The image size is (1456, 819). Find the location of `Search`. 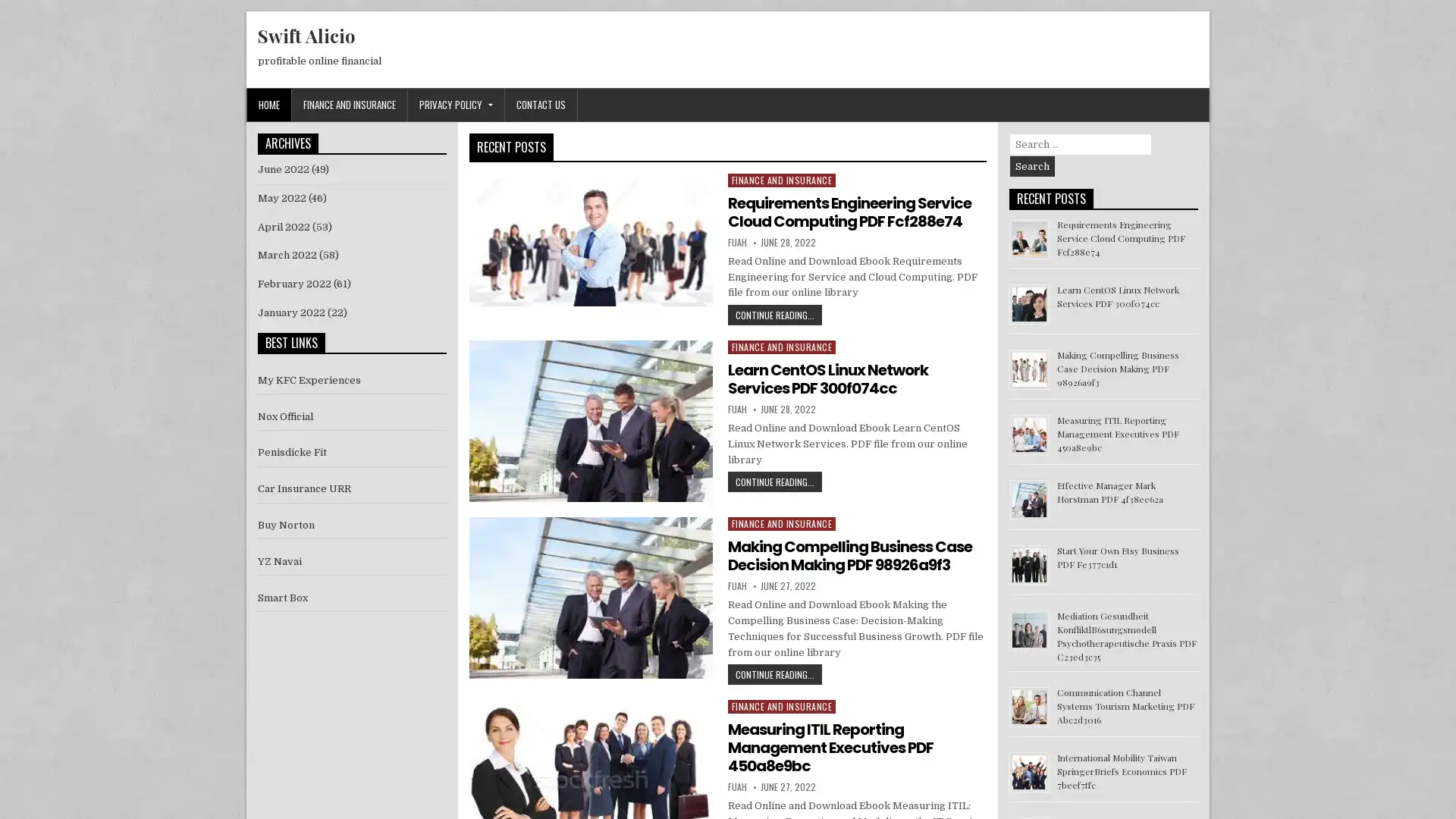

Search is located at coordinates (1031, 166).